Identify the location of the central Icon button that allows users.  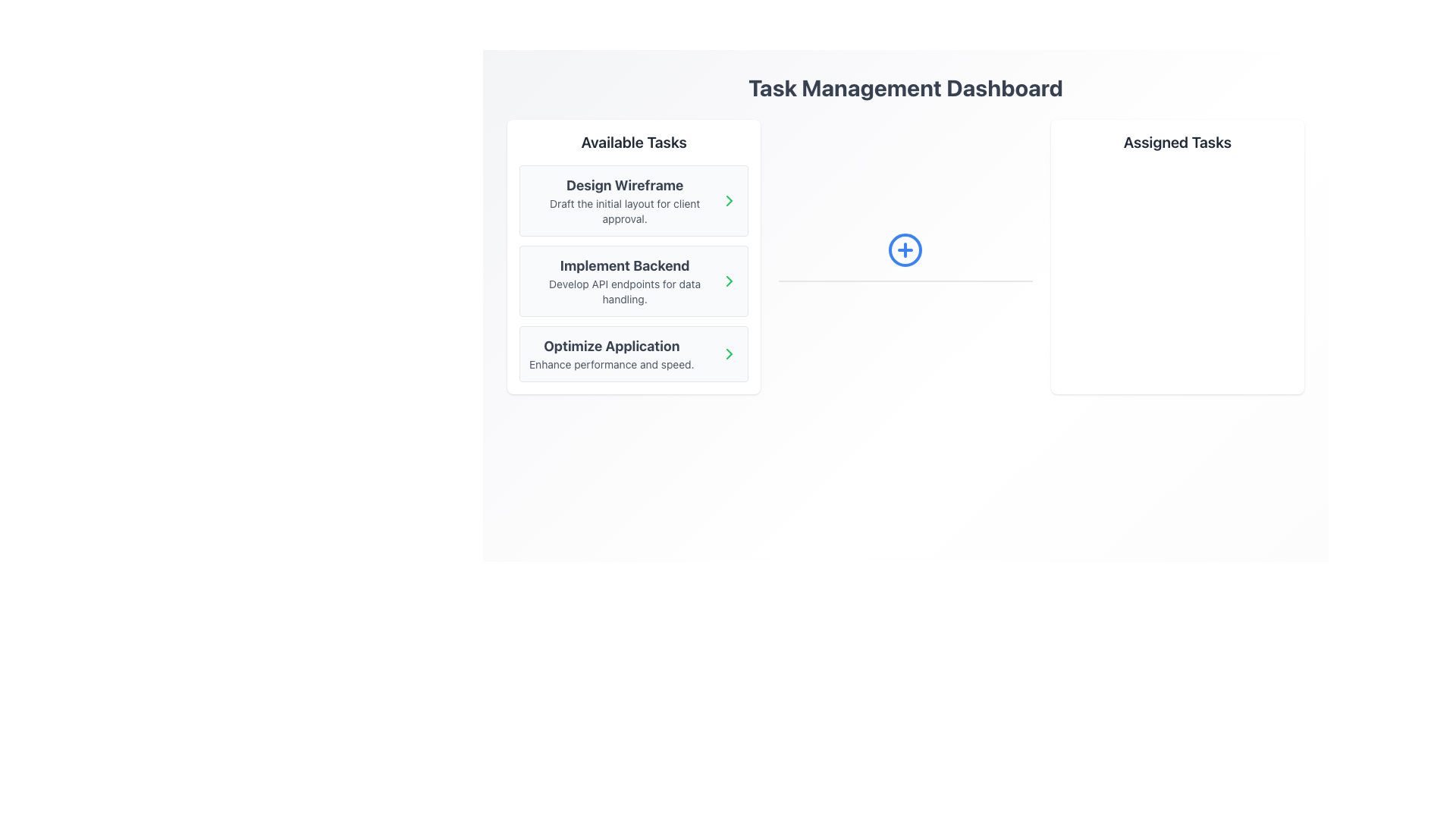
(905, 256).